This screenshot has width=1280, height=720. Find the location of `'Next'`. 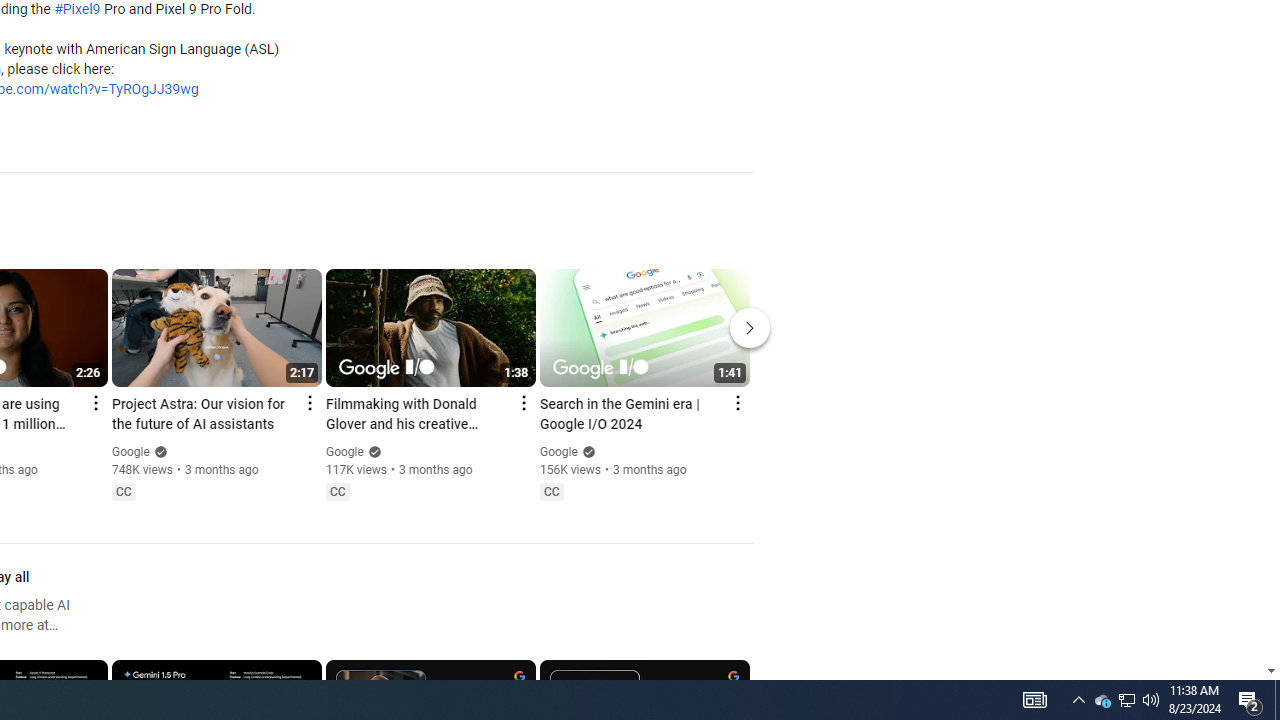

'Next' is located at coordinates (749, 326).